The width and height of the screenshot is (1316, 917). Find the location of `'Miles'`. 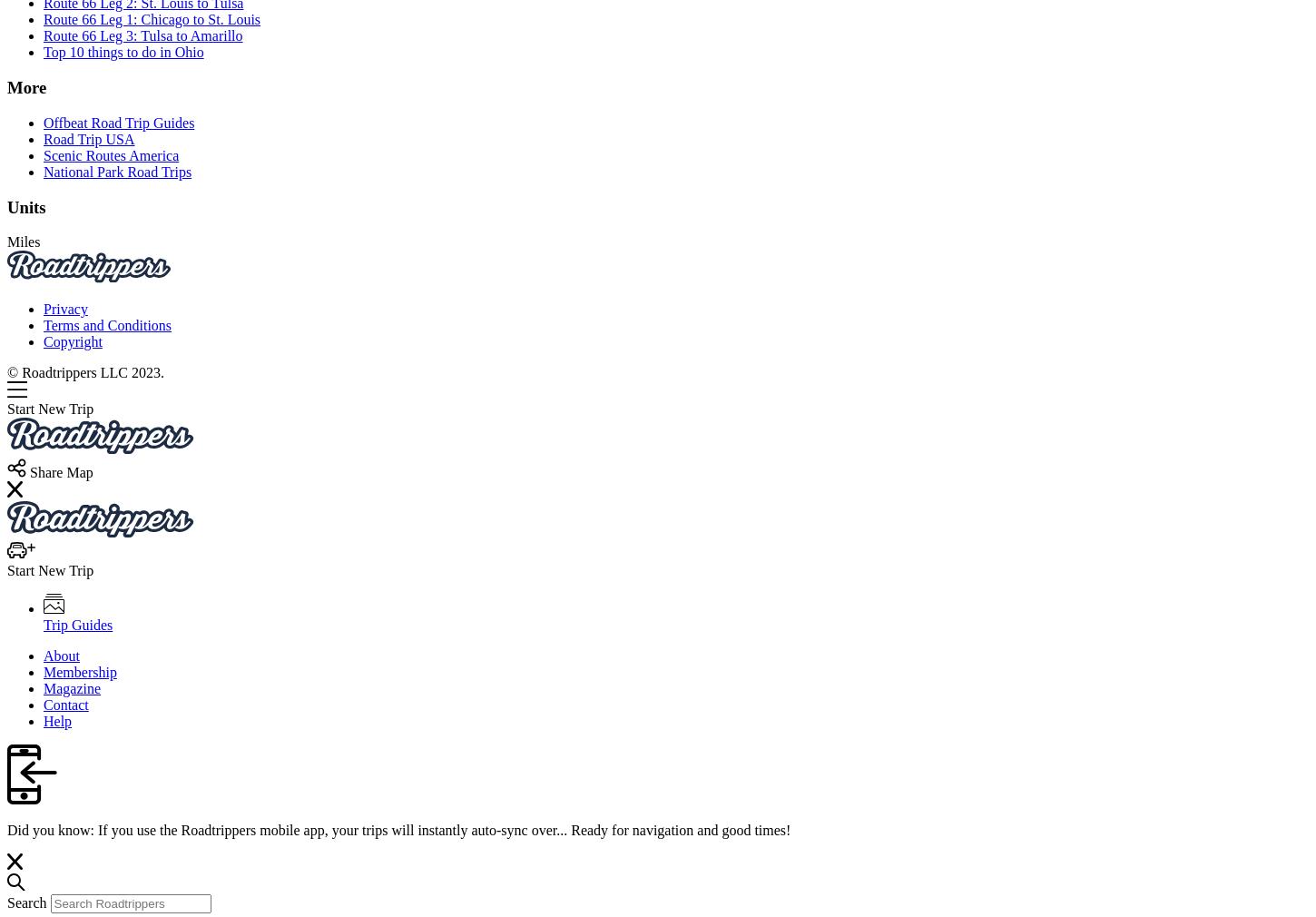

'Miles' is located at coordinates (23, 242).